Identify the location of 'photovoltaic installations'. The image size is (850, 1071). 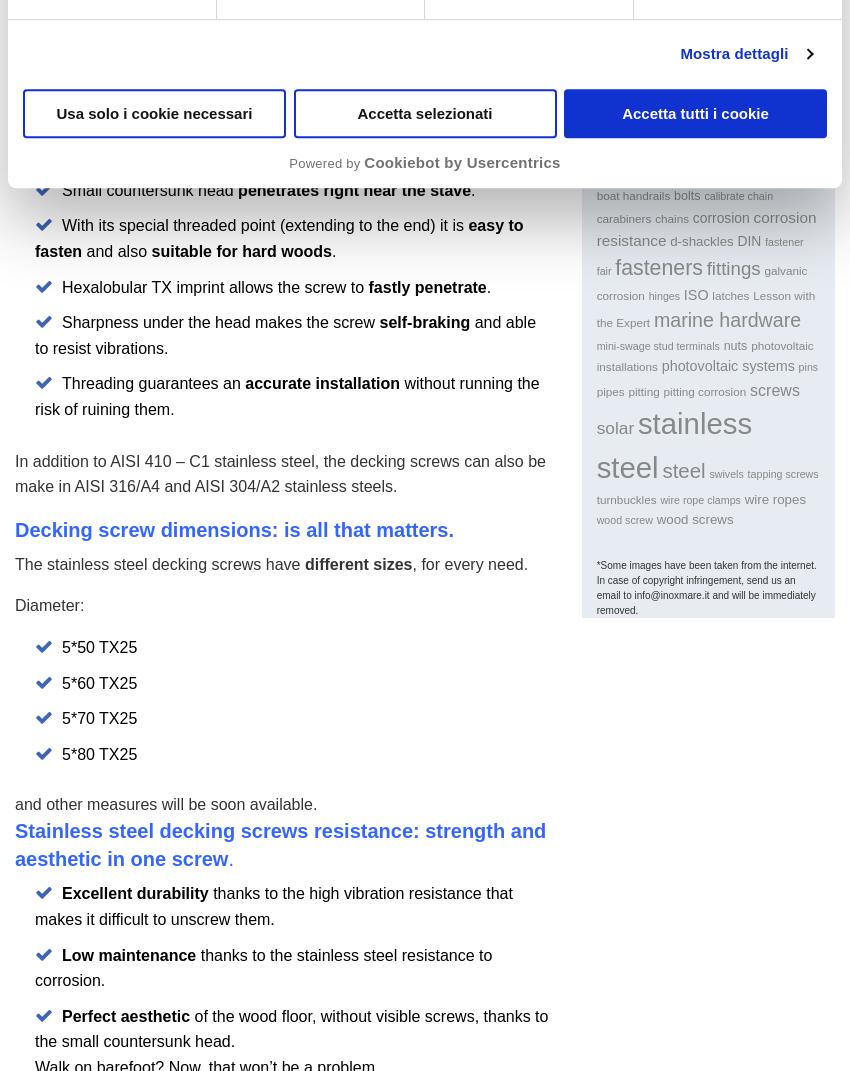
(703, 354).